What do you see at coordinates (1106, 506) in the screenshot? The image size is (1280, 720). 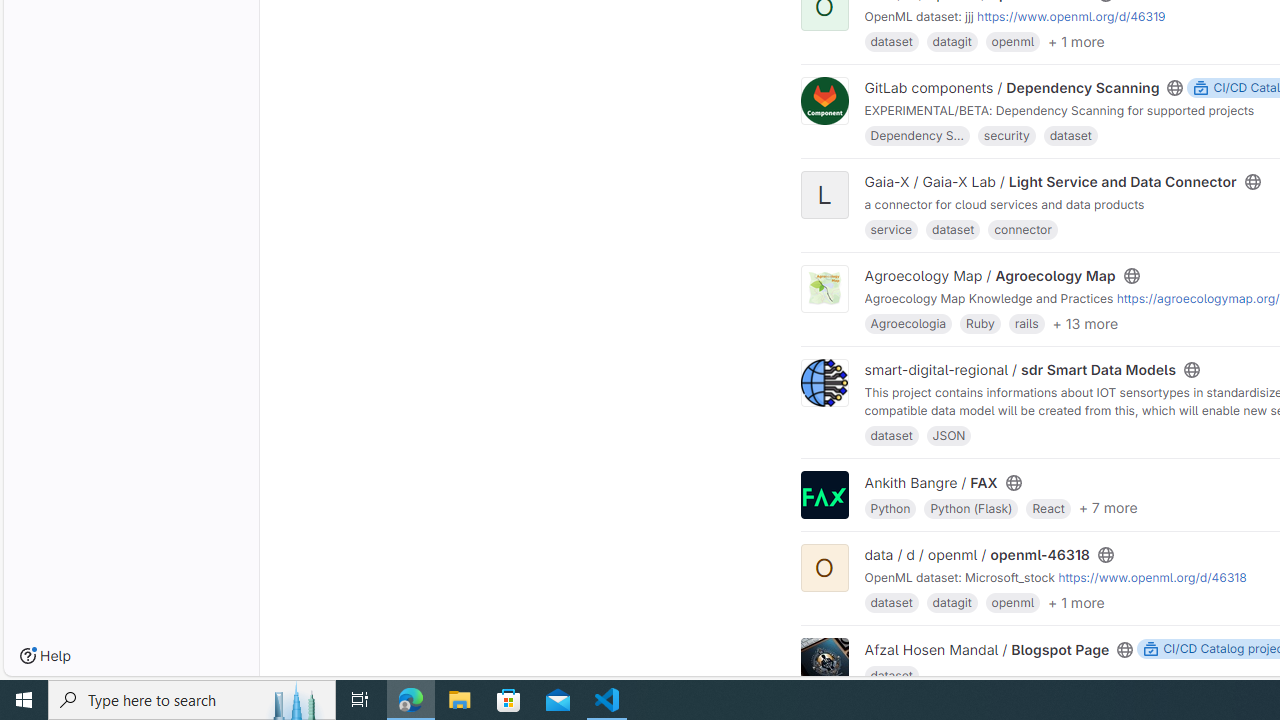 I see `'+ 7 more'` at bounding box center [1106, 506].